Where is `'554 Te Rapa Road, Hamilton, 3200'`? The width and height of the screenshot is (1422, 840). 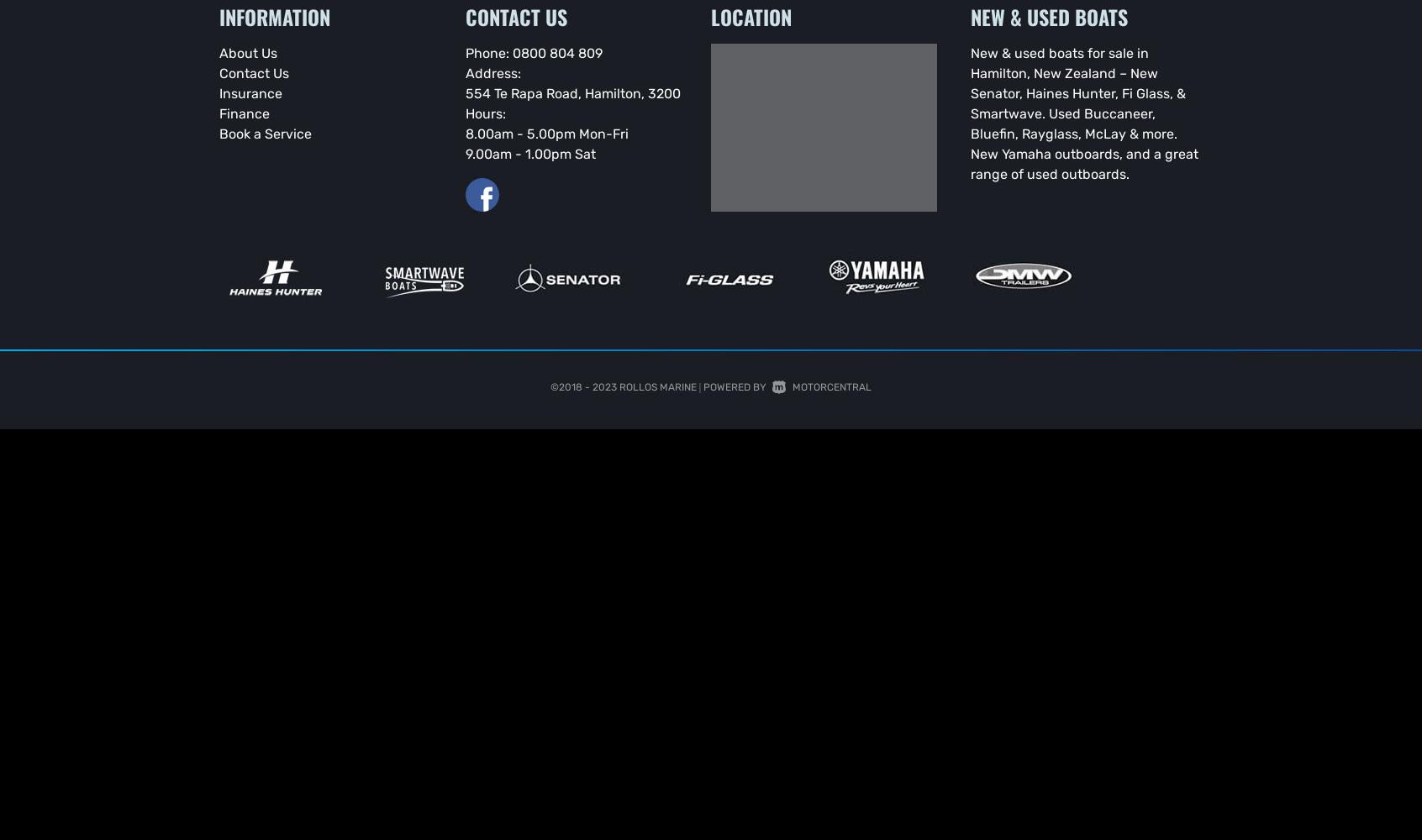 '554 Te Rapa Road, Hamilton, 3200' is located at coordinates (572, 92).